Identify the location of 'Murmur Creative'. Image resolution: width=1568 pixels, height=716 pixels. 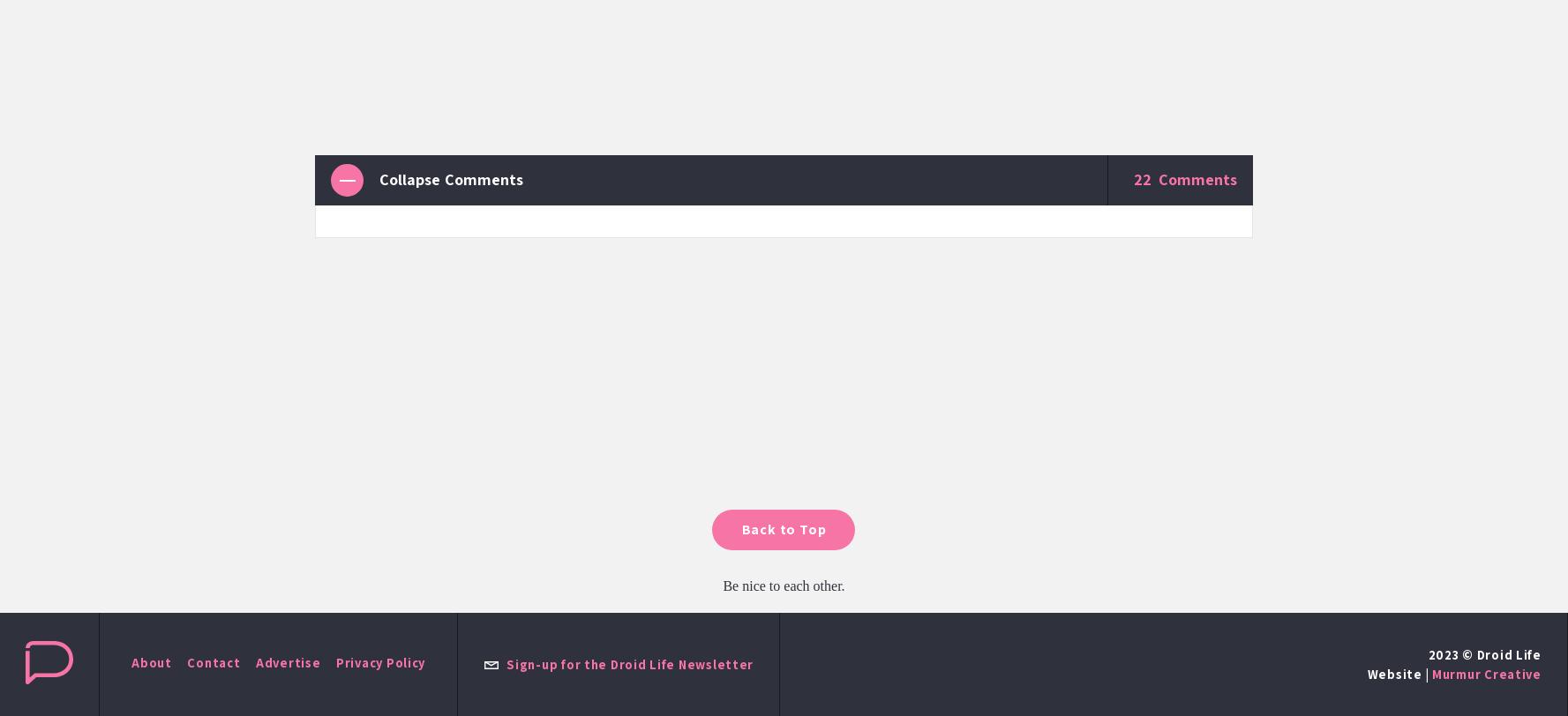
(1485, 673).